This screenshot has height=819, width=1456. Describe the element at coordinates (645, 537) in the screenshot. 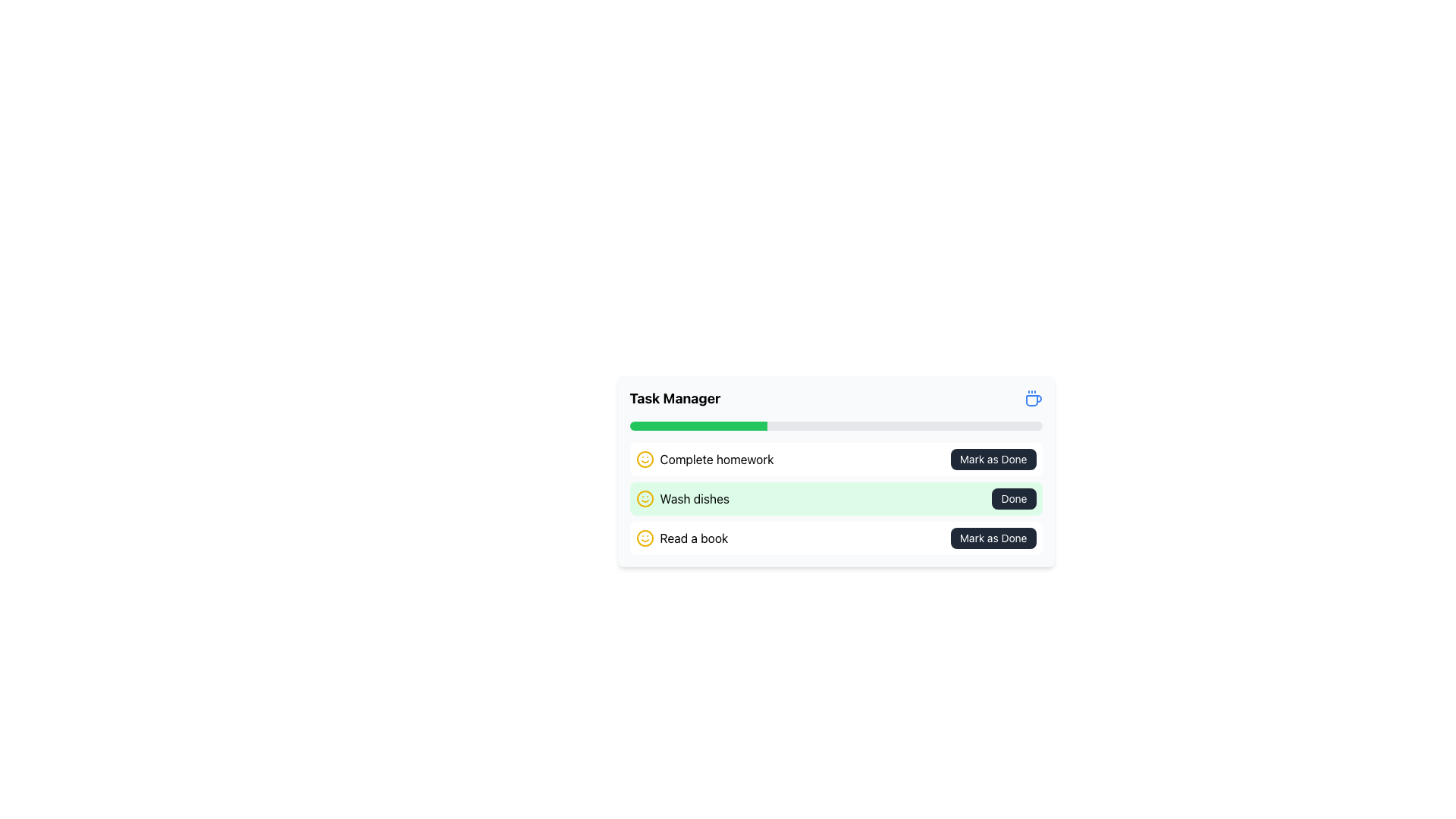

I see `the yellow smiley face icon located to the left of the text 'Read a book'` at that location.